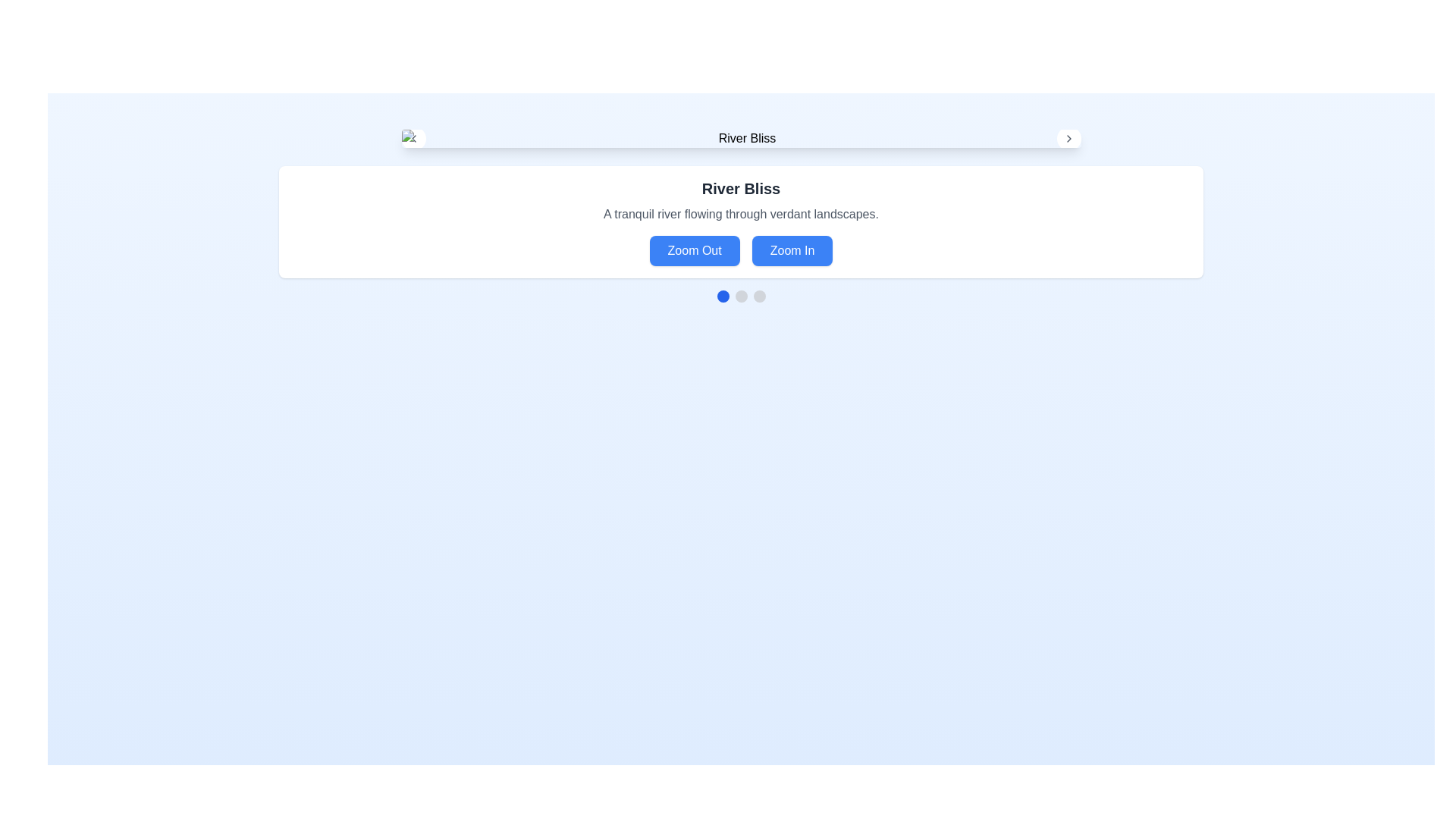 This screenshot has width=1456, height=819. What do you see at coordinates (792, 250) in the screenshot?
I see `the 'Zoom In' button located to the right of the 'Zoom Out' button` at bounding box center [792, 250].